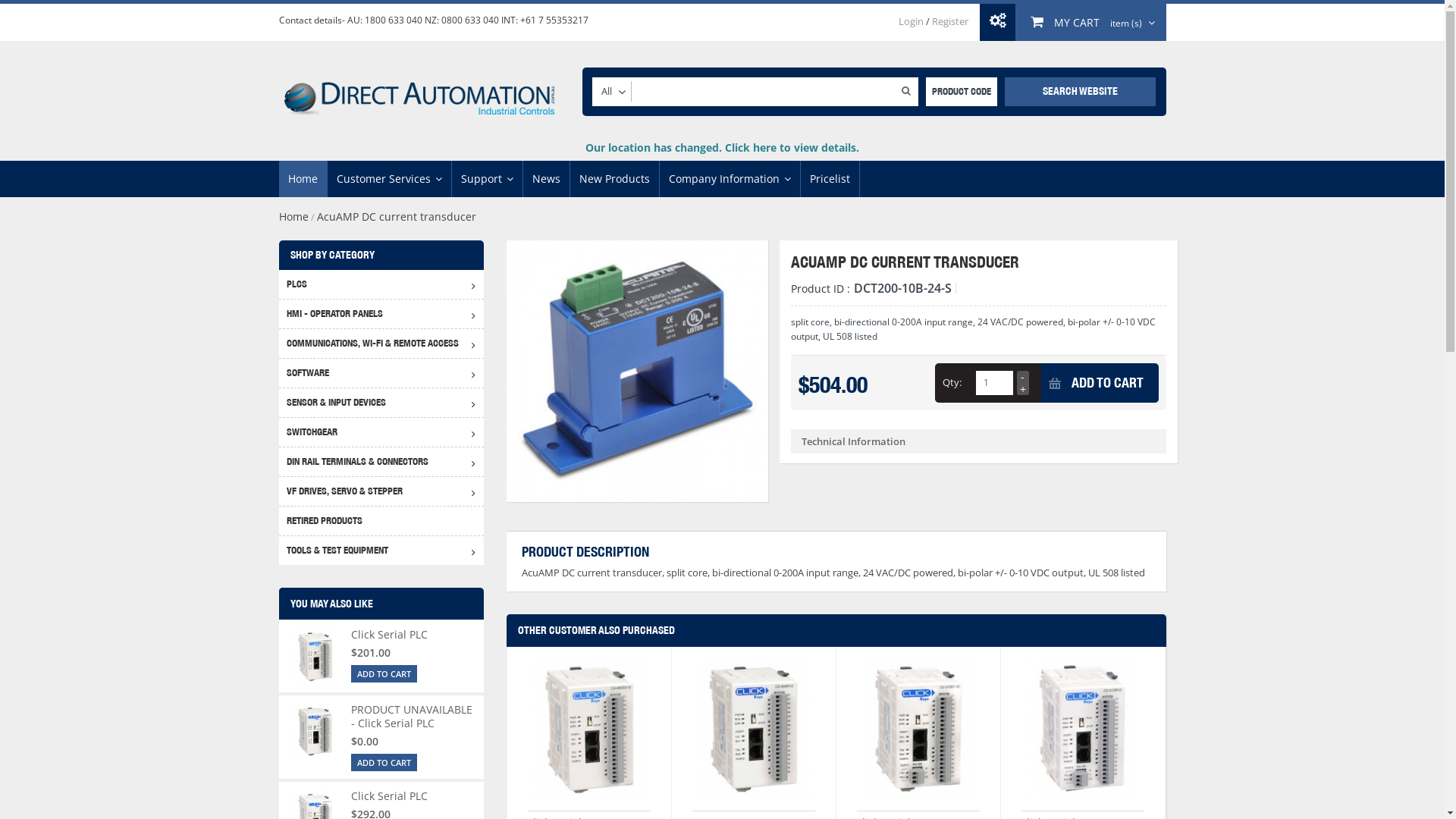 The width and height of the screenshot is (1456, 819). What do you see at coordinates (303, 177) in the screenshot?
I see `'Home'` at bounding box center [303, 177].